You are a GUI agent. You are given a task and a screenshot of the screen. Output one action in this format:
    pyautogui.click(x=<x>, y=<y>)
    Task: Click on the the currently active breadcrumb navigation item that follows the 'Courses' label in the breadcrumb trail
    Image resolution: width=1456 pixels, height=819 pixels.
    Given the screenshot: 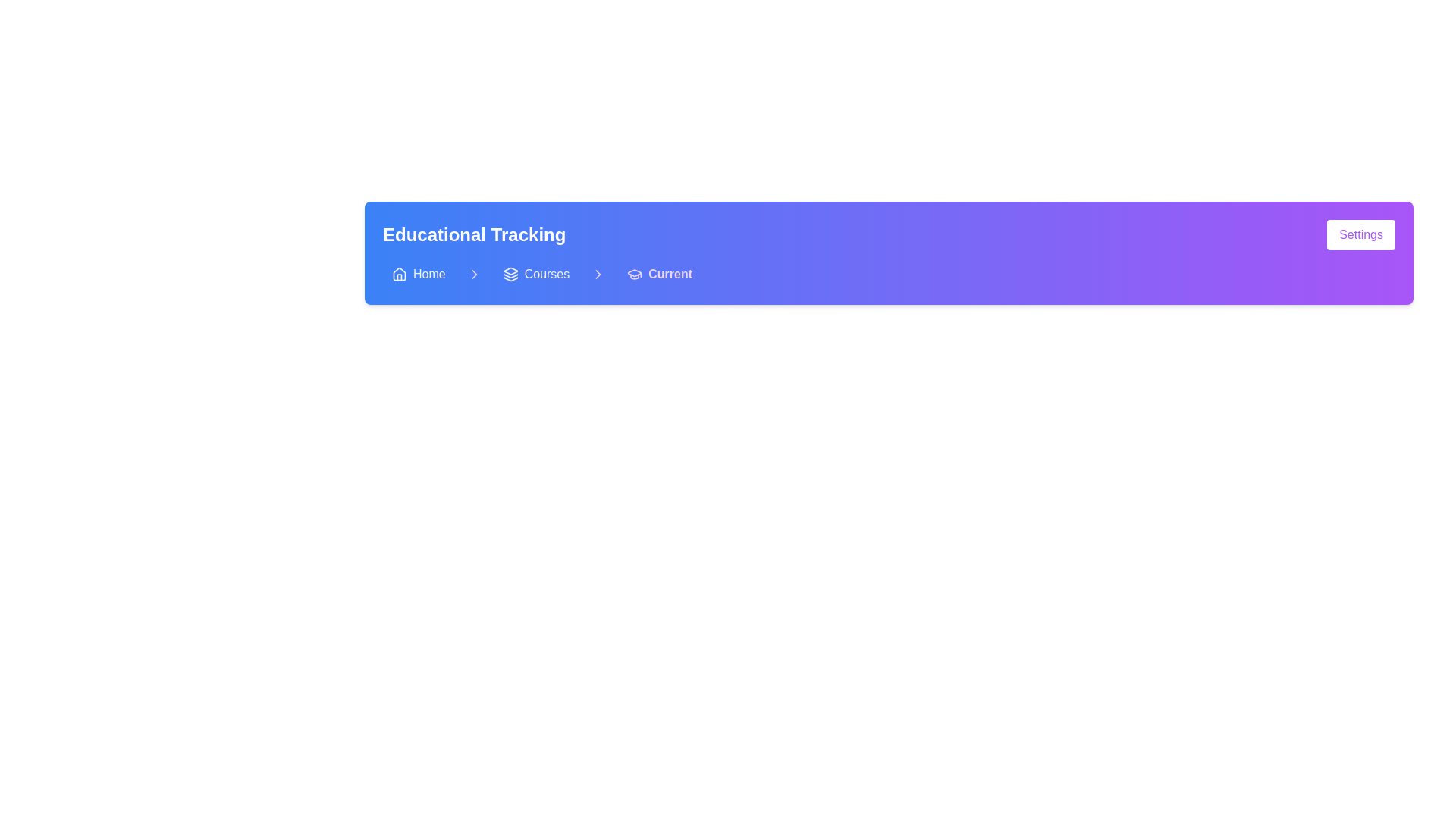 What is the action you would take?
    pyautogui.click(x=660, y=275)
    